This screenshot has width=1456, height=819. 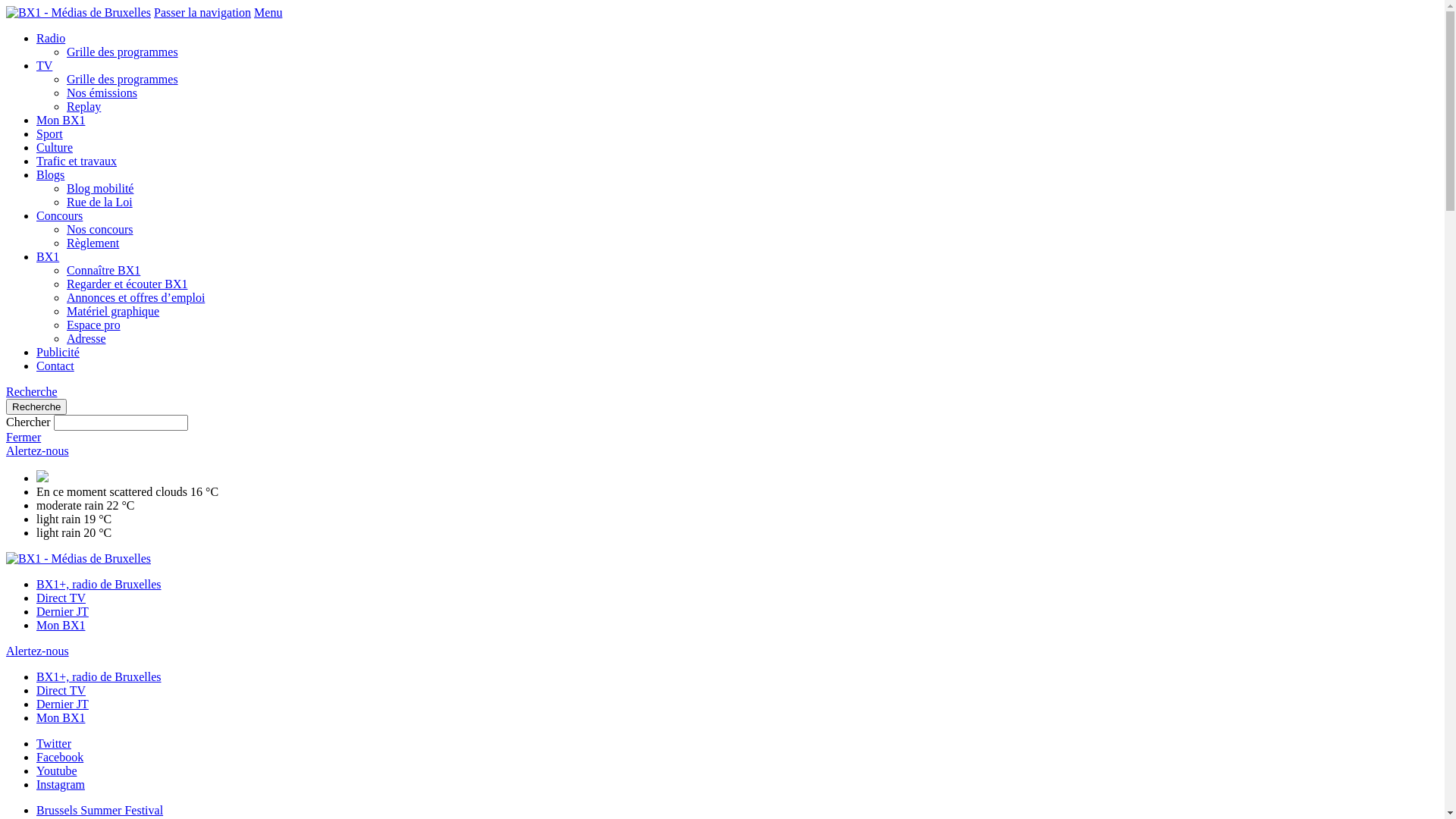 What do you see at coordinates (36, 161) in the screenshot?
I see `'Trafic et travaux'` at bounding box center [36, 161].